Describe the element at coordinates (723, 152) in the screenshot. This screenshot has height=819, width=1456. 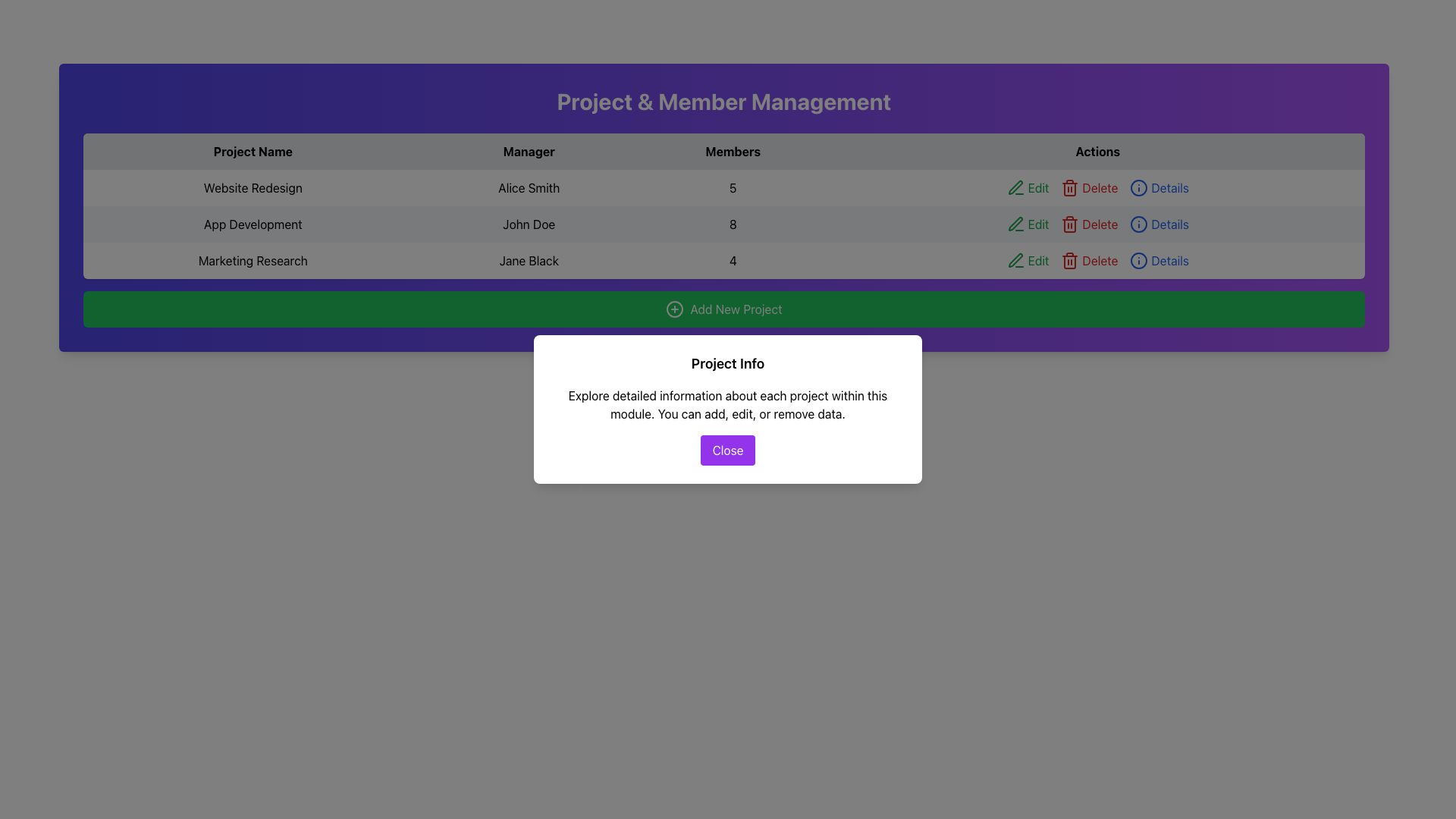
I see `the 'Members' table header cell, which is a bold, black text cell in the second row of the table, located in the third column between 'Manager' and 'Actions'` at that location.